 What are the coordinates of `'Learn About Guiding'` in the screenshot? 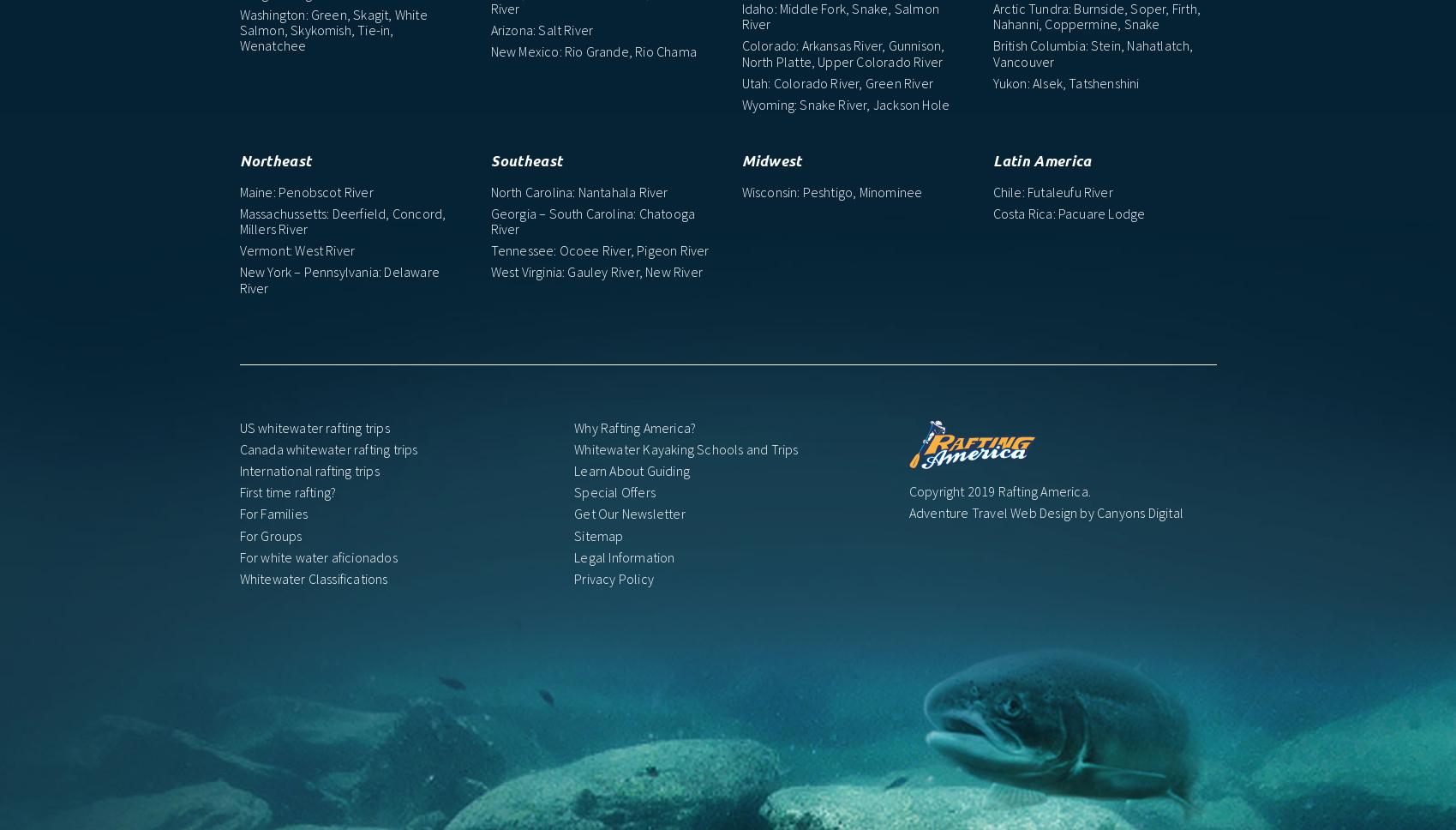 It's located at (631, 469).